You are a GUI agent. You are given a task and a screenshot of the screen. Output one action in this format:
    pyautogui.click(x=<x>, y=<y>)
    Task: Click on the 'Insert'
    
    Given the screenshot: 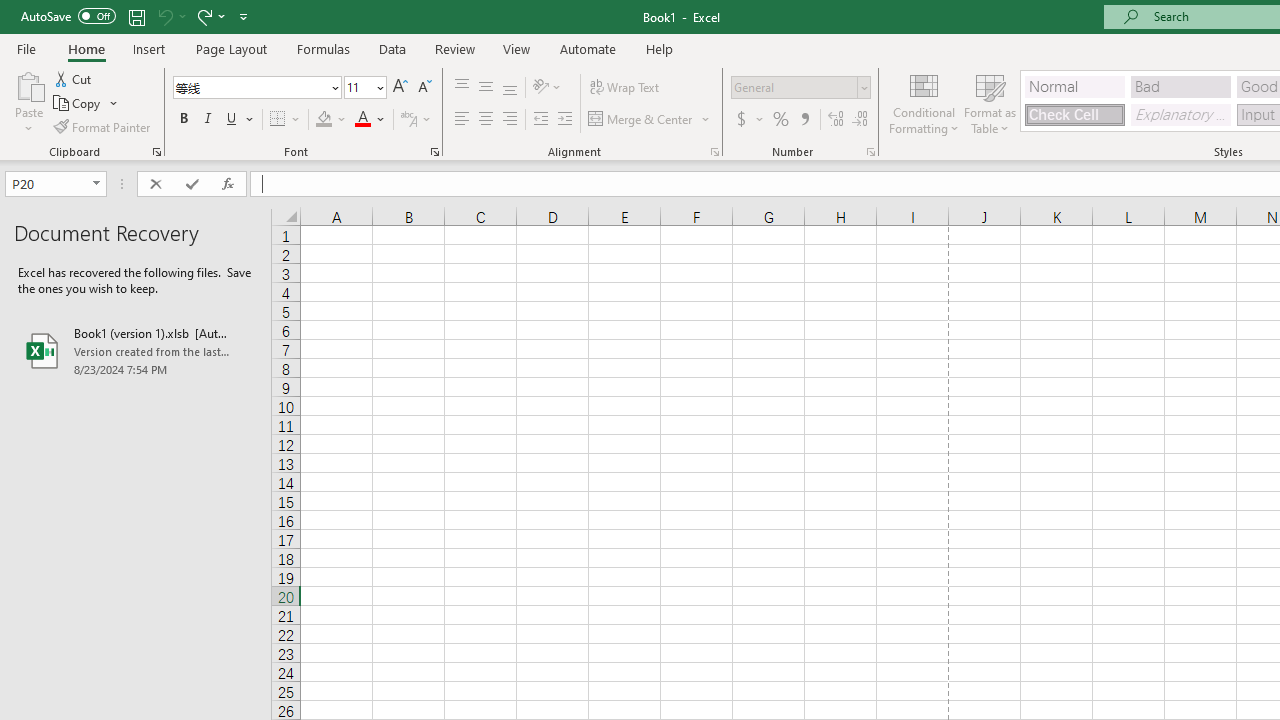 What is the action you would take?
    pyautogui.click(x=148, y=48)
    